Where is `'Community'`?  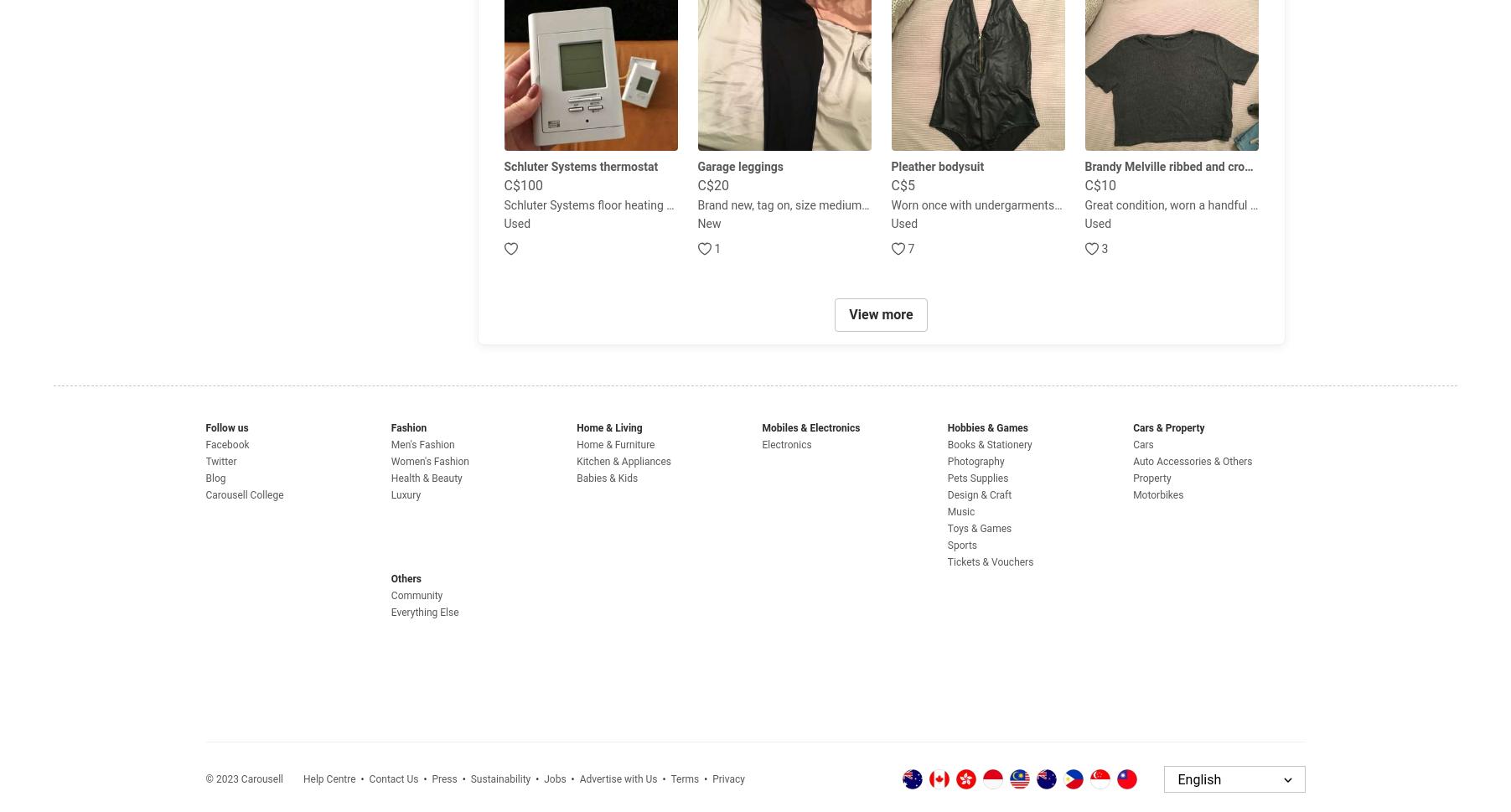 'Community' is located at coordinates (416, 595).